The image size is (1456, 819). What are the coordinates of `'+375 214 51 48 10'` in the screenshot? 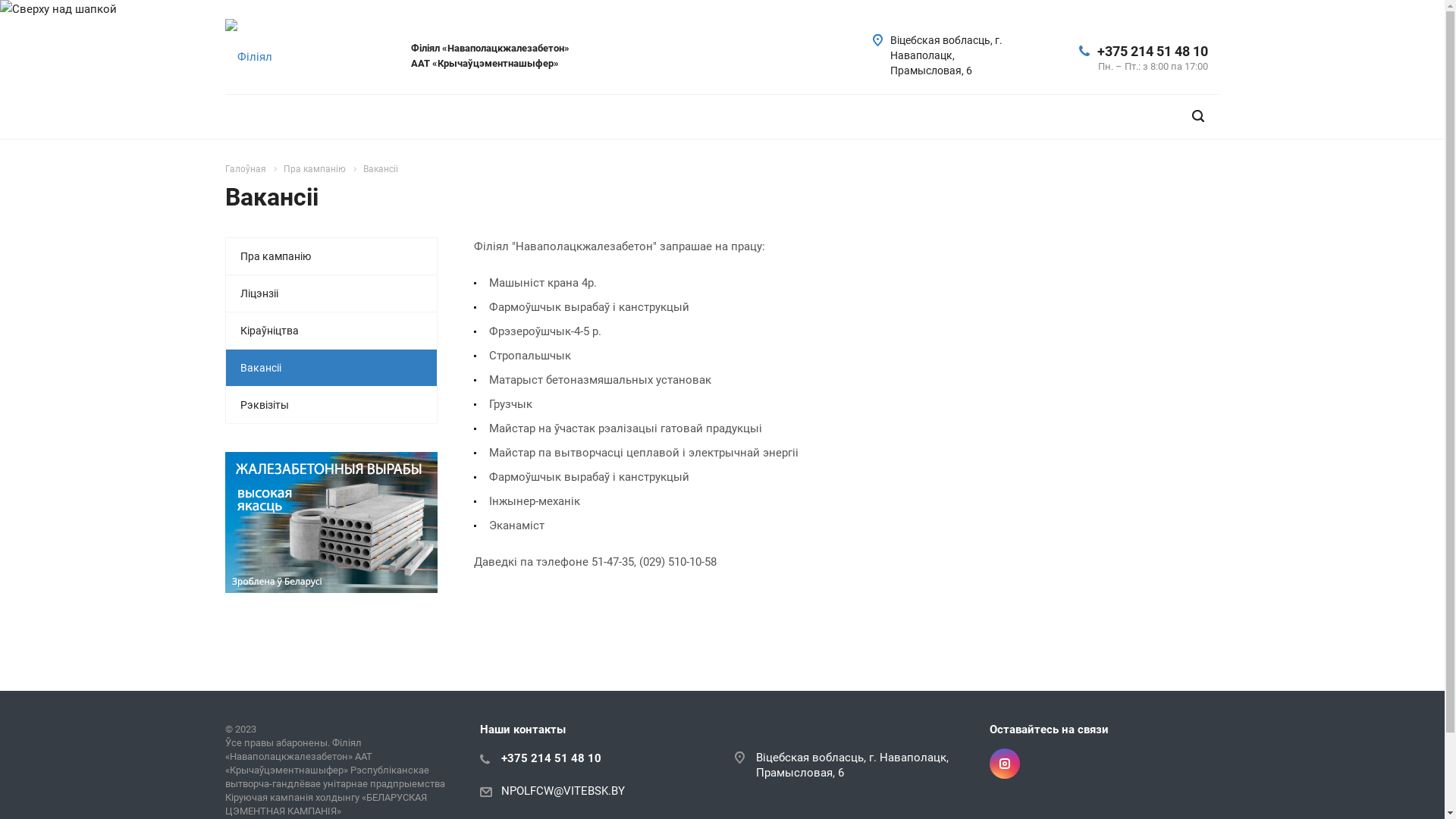 It's located at (1151, 49).